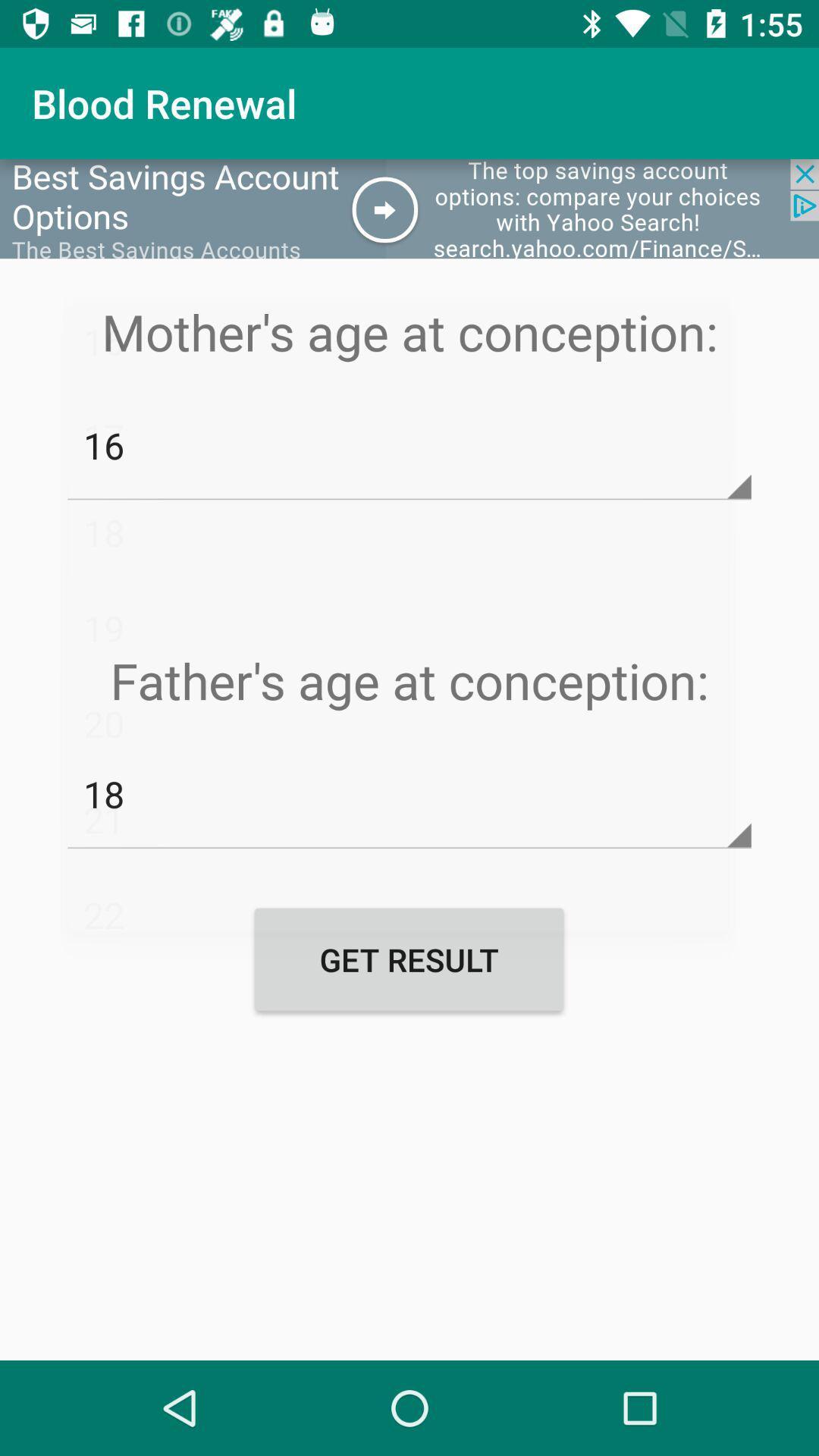  What do you see at coordinates (408, 959) in the screenshot?
I see `the get result item` at bounding box center [408, 959].